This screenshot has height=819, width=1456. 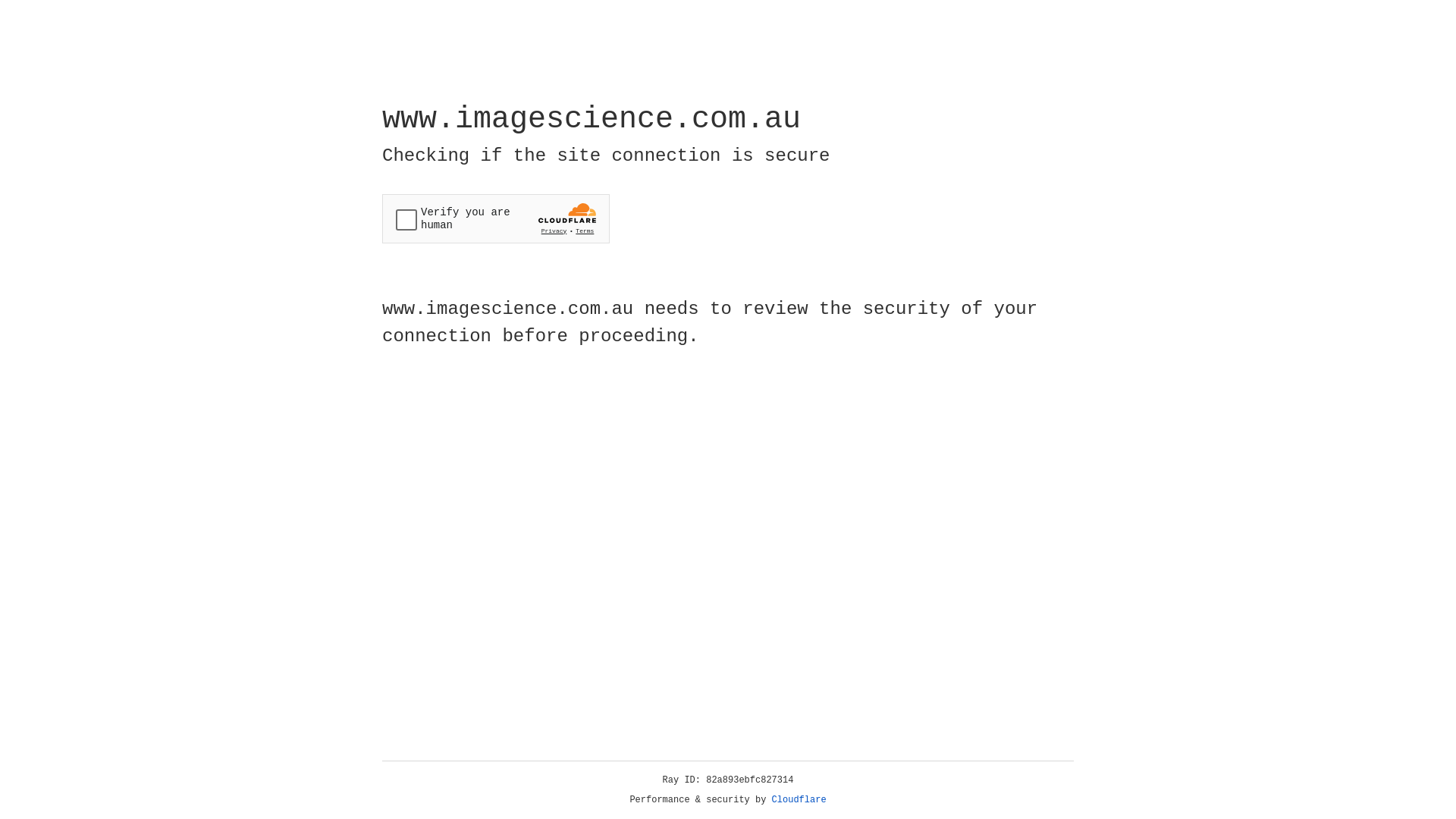 What do you see at coordinates (799, 799) in the screenshot?
I see `'Cloudflare'` at bounding box center [799, 799].